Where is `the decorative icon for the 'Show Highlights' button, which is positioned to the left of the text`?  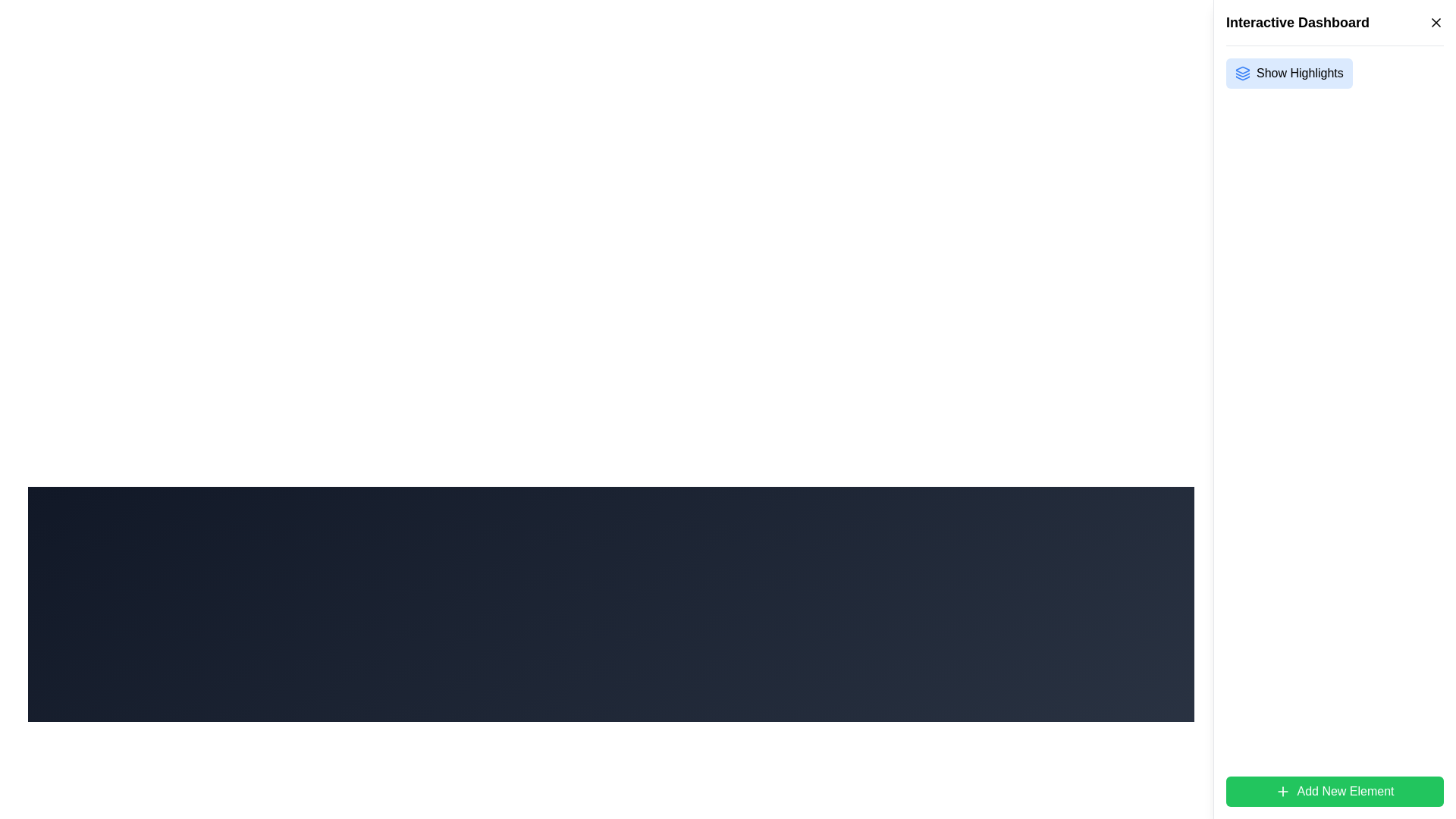 the decorative icon for the 'Show Highlights' button, which is positioned to the left of the text is located at coordinates (1242, 73).